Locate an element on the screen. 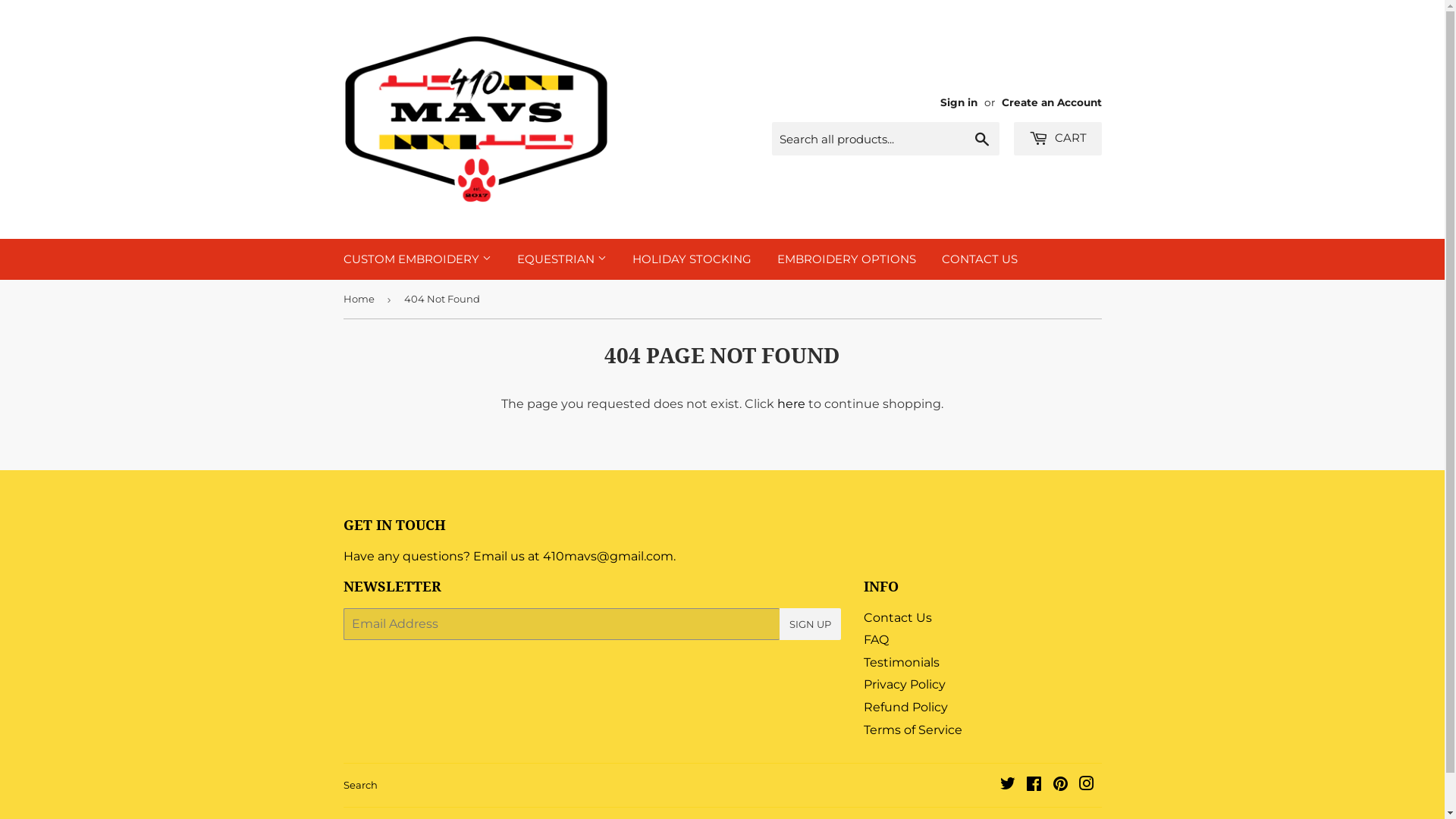  'here' is located at coordinates (790, 403).